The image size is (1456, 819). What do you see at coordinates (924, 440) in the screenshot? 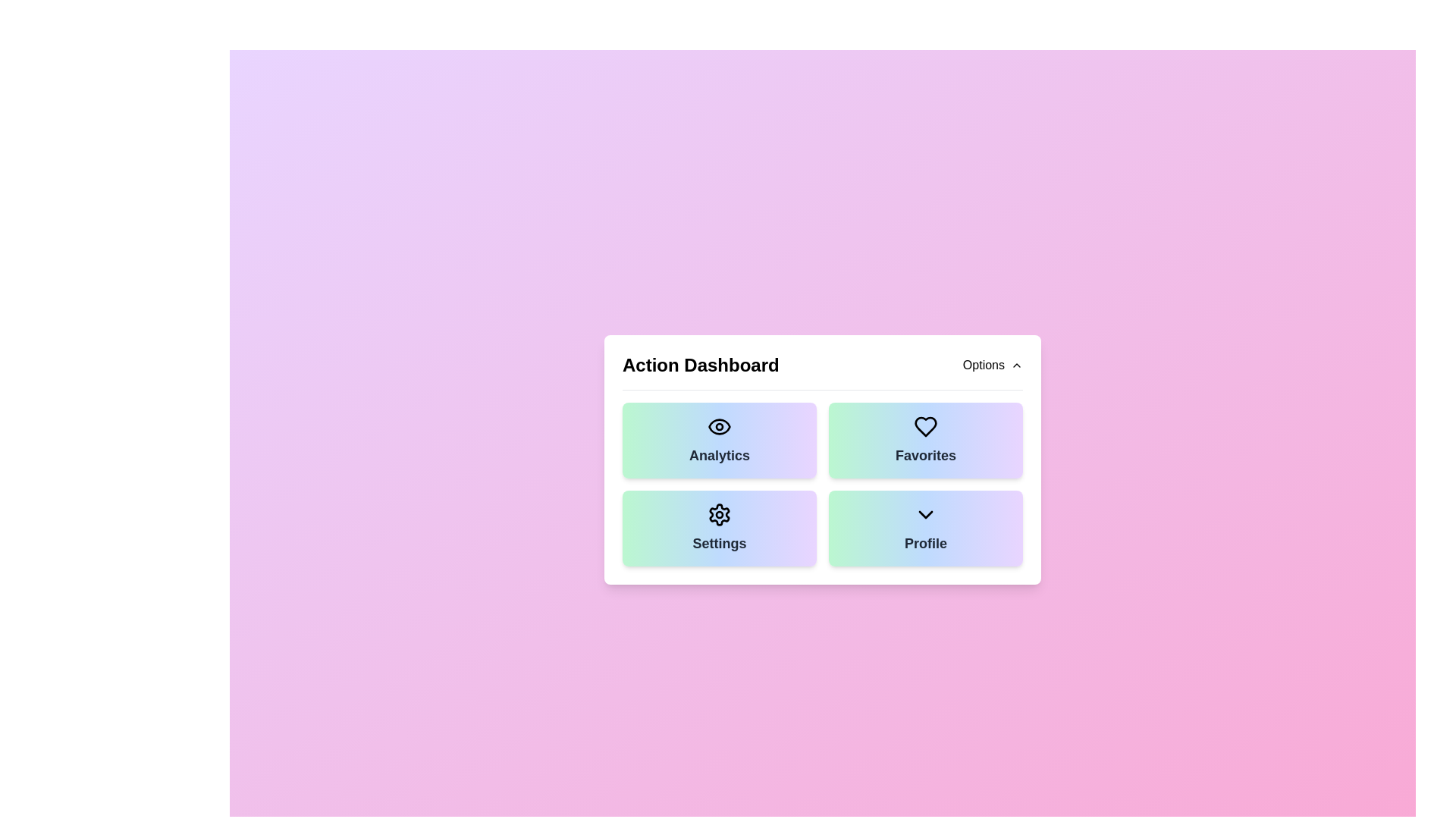
I see `the 'Favorites' card located in the top-right position of the grid layout, which allows users` at bounding box center [924, 440].